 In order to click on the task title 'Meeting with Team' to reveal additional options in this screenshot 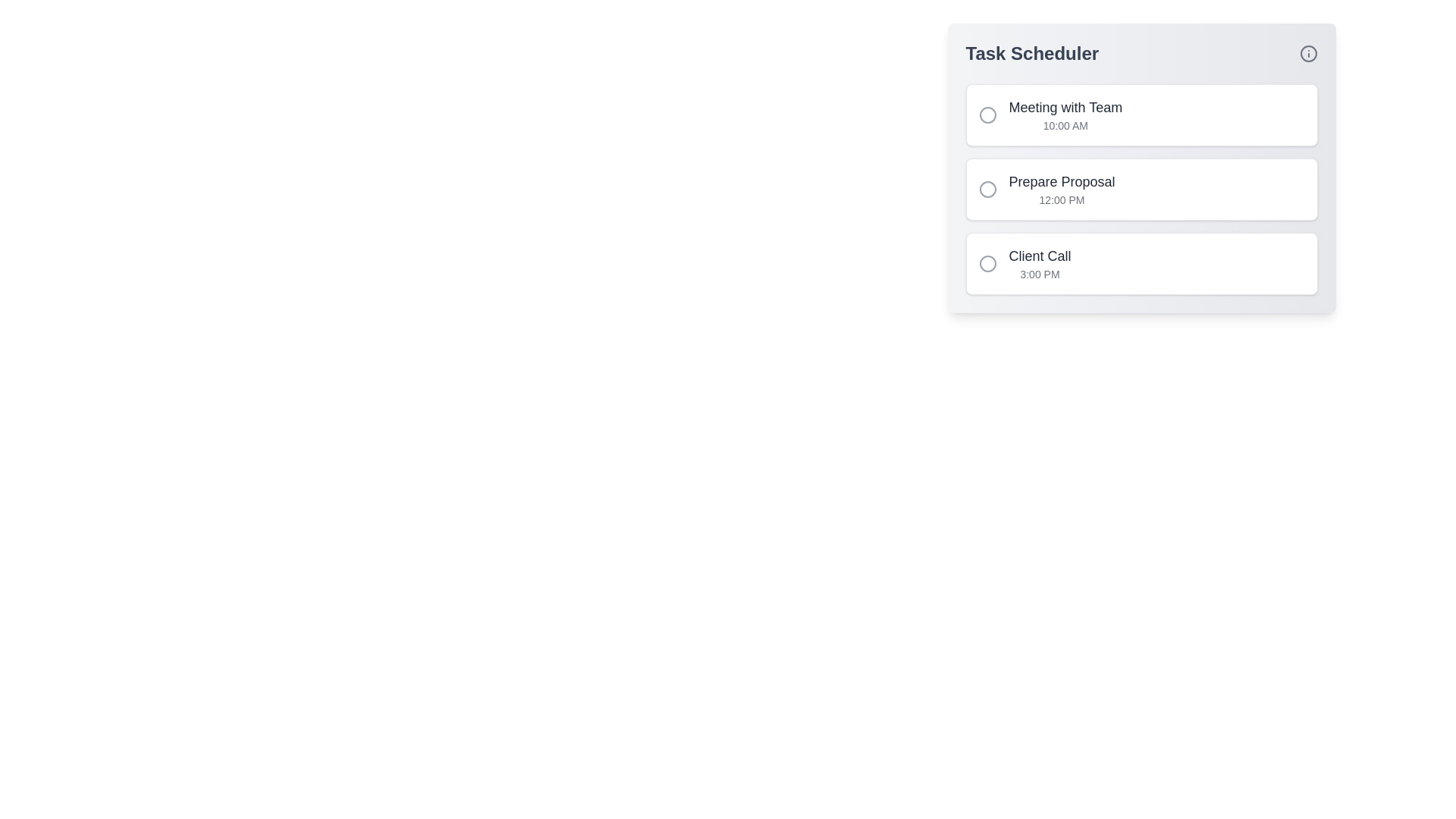, I will do `click(1065, 107)`.